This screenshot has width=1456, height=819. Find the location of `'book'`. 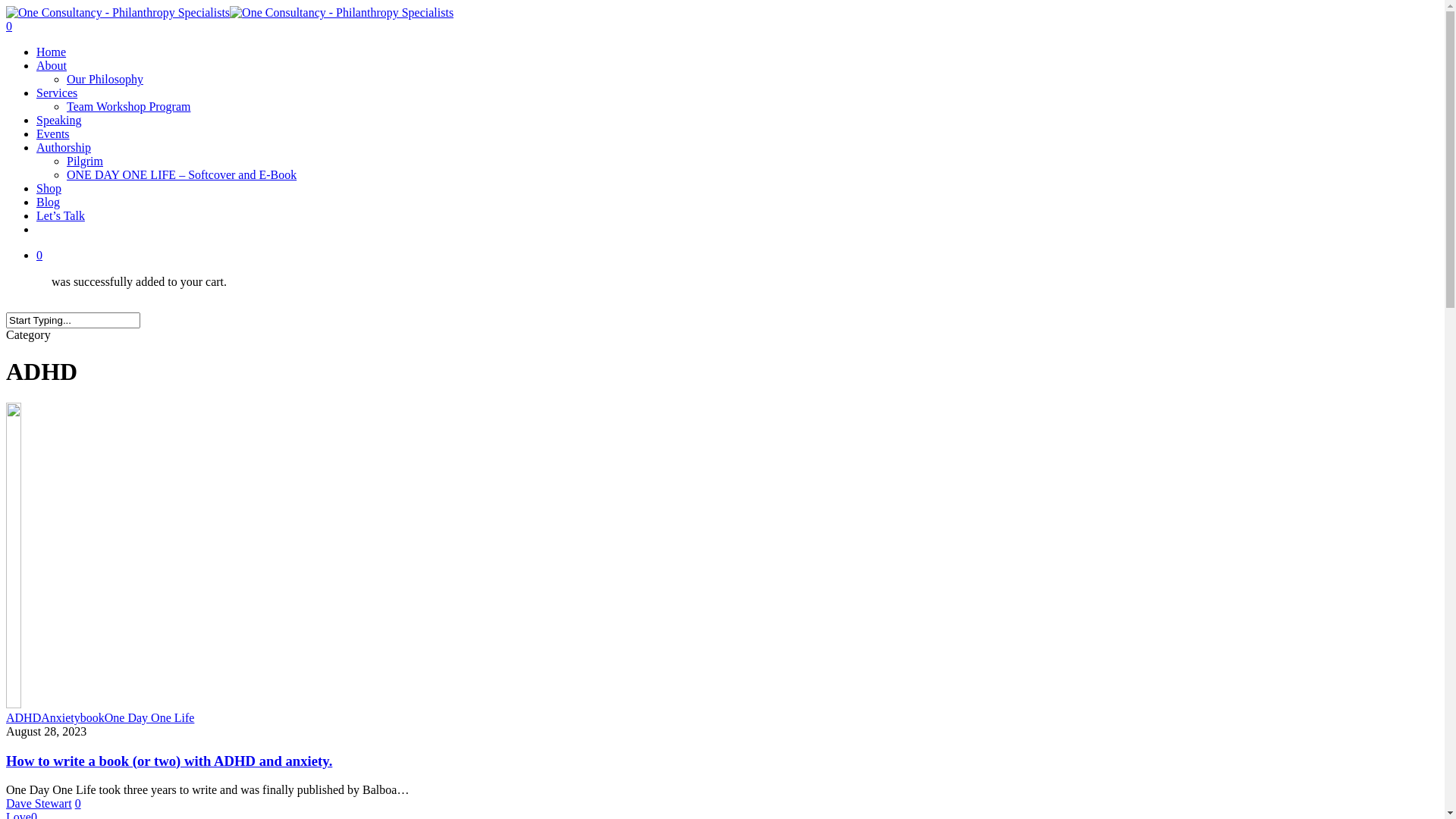

'book' is located at coordinates (91, 717).